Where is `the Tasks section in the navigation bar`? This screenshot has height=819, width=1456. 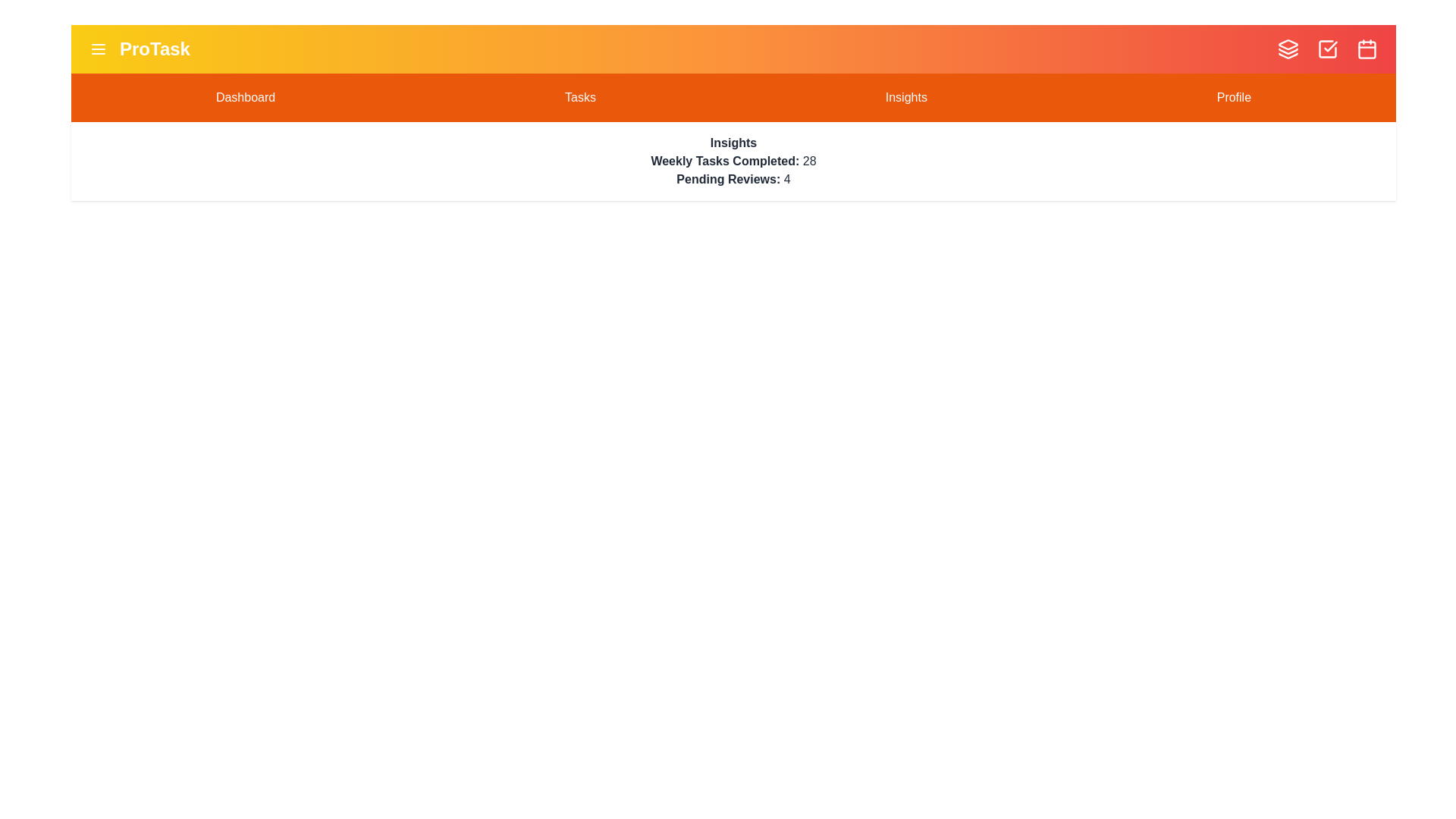
the Tasks section in the navigation bar is located at coordinates (579, 97).